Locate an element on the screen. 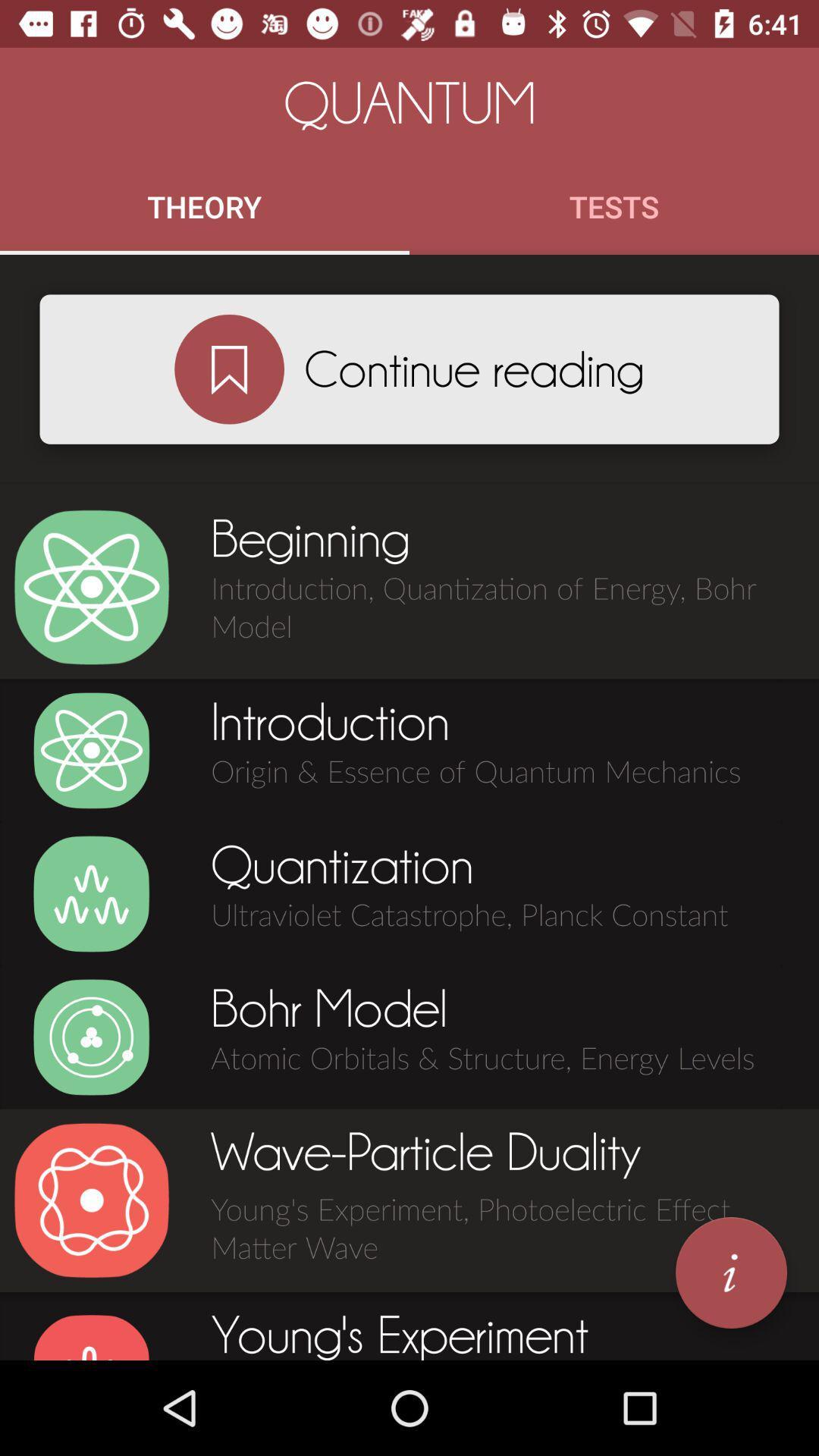  this button takes me to an information page is located at coordinates (730, 1272).